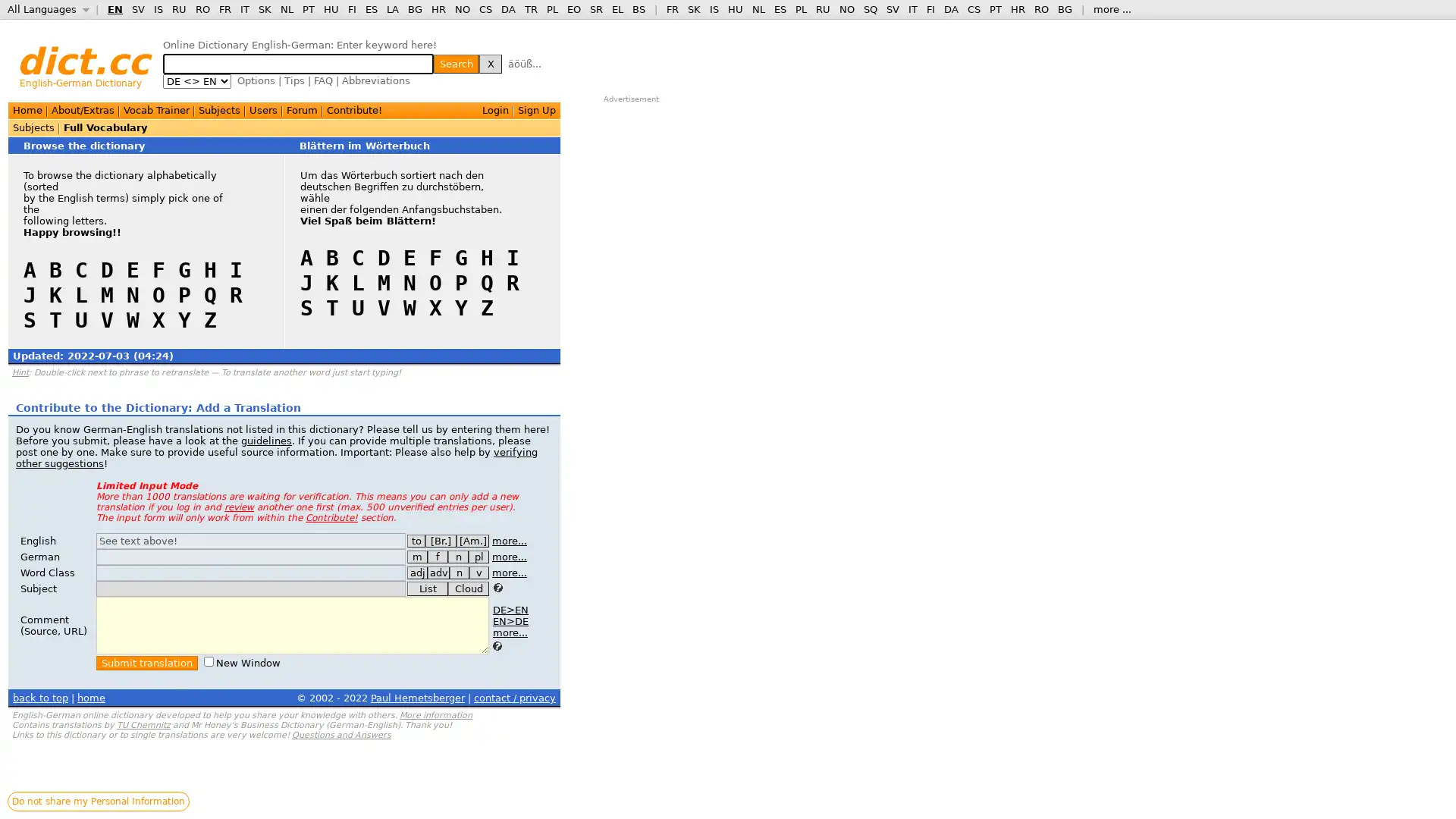  I want to click on n, so click(458, 573).